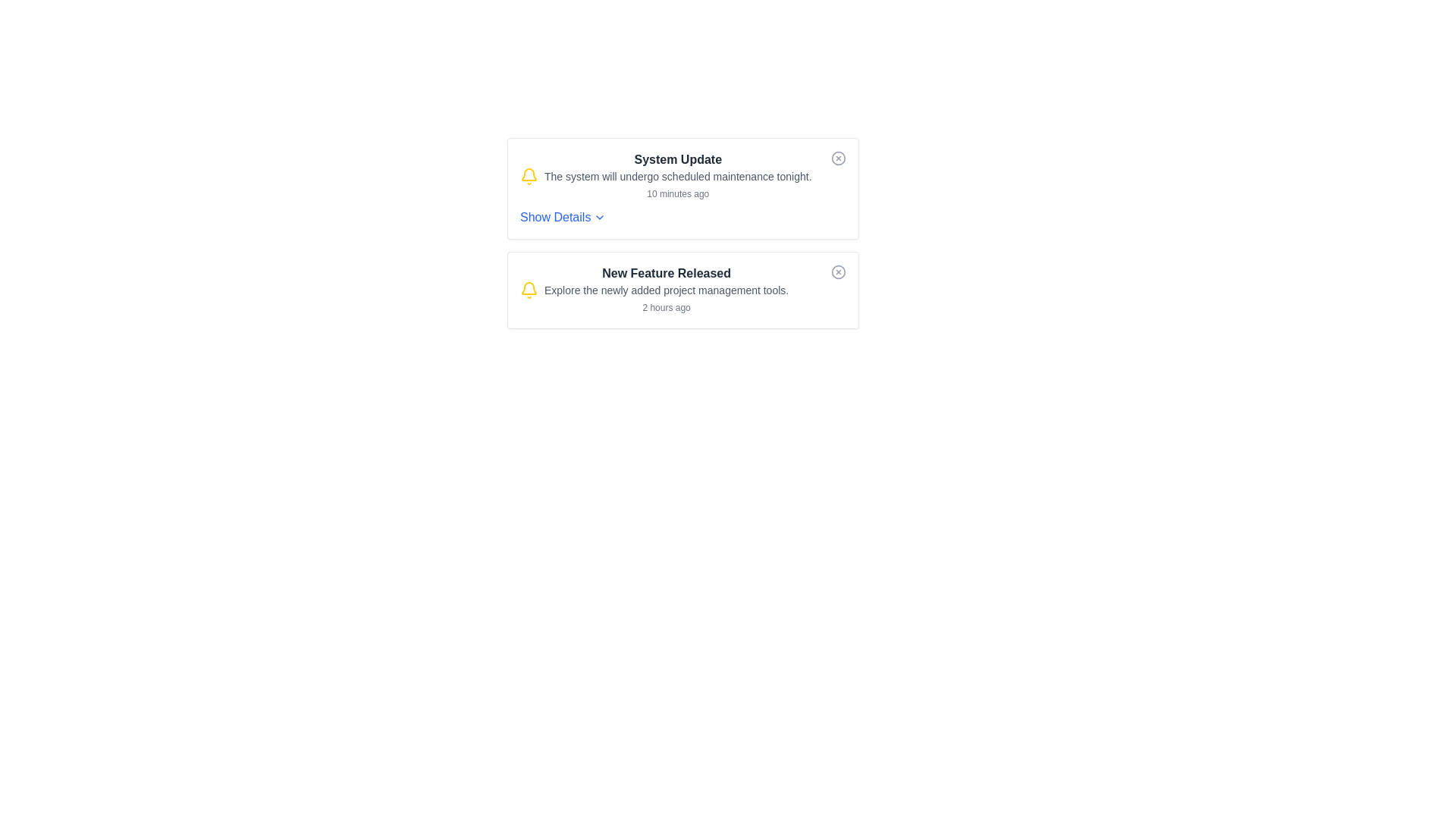 The width and height of the screenshot is (1456, 819). Describe the element at coordinates (667, 274) in the screenshot. I see `text displayed in the Text Label that shows 'New Feature Released', which is prominently positioned near the top of its notification card` at that location.